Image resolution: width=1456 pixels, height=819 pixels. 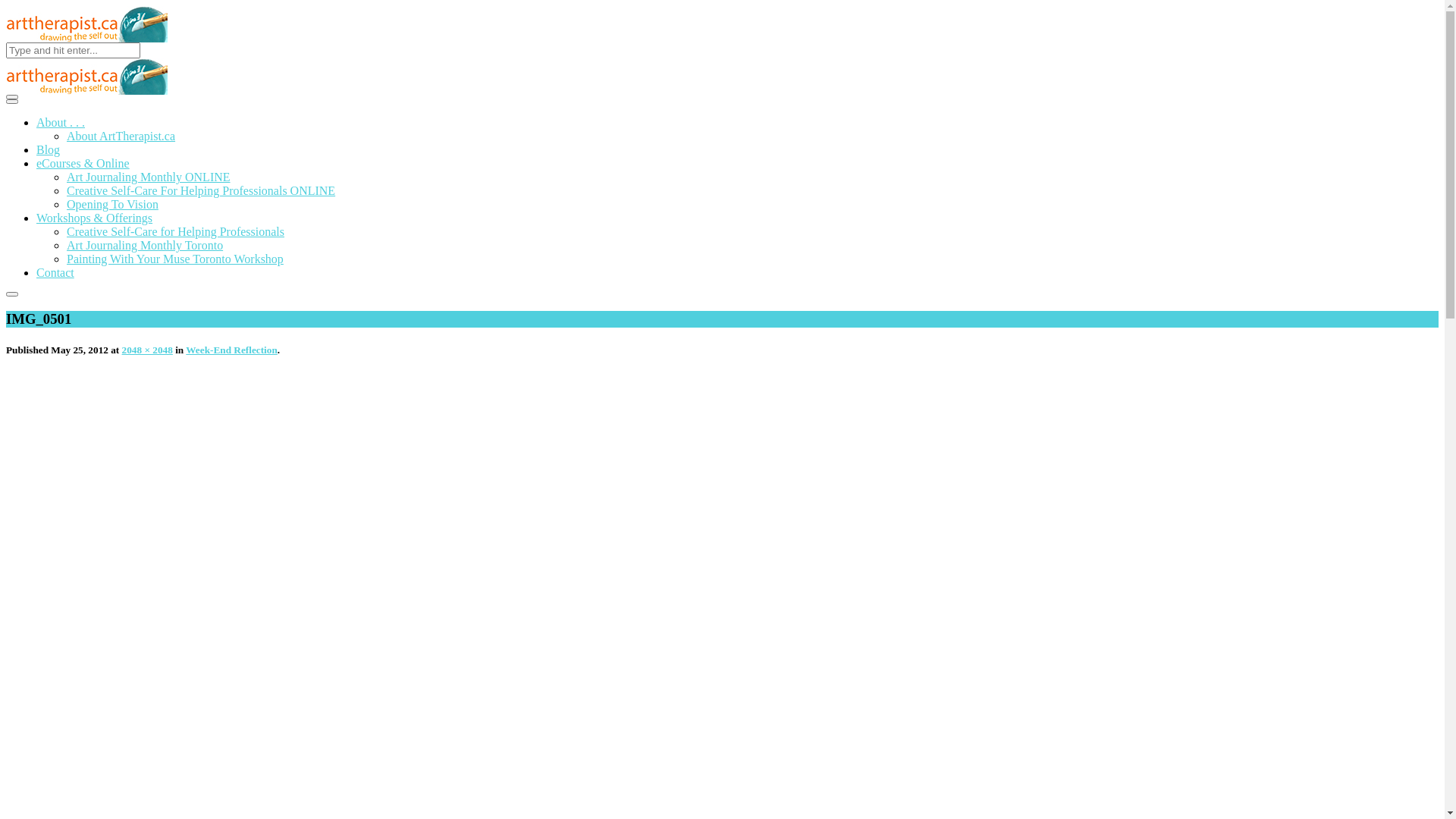 I want to click on 'eCourses & Online', so click(x=36, y=163).